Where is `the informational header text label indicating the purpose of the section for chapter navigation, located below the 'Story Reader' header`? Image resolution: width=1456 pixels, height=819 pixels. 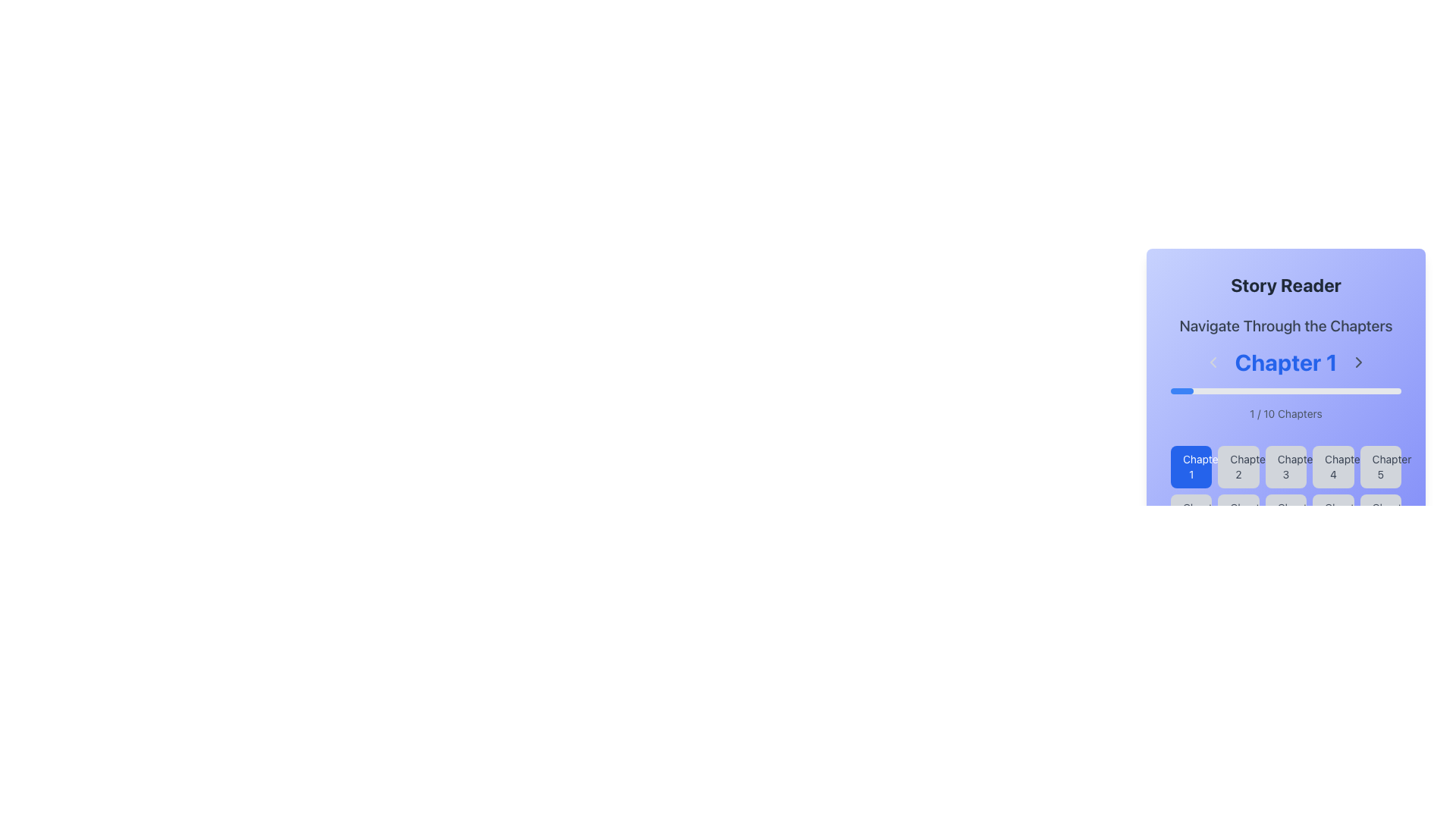
the informational header text label indicating the purpose of the section for chapter navigation, located below the 'Story Reader' header is located at coordinates (1285, 325).